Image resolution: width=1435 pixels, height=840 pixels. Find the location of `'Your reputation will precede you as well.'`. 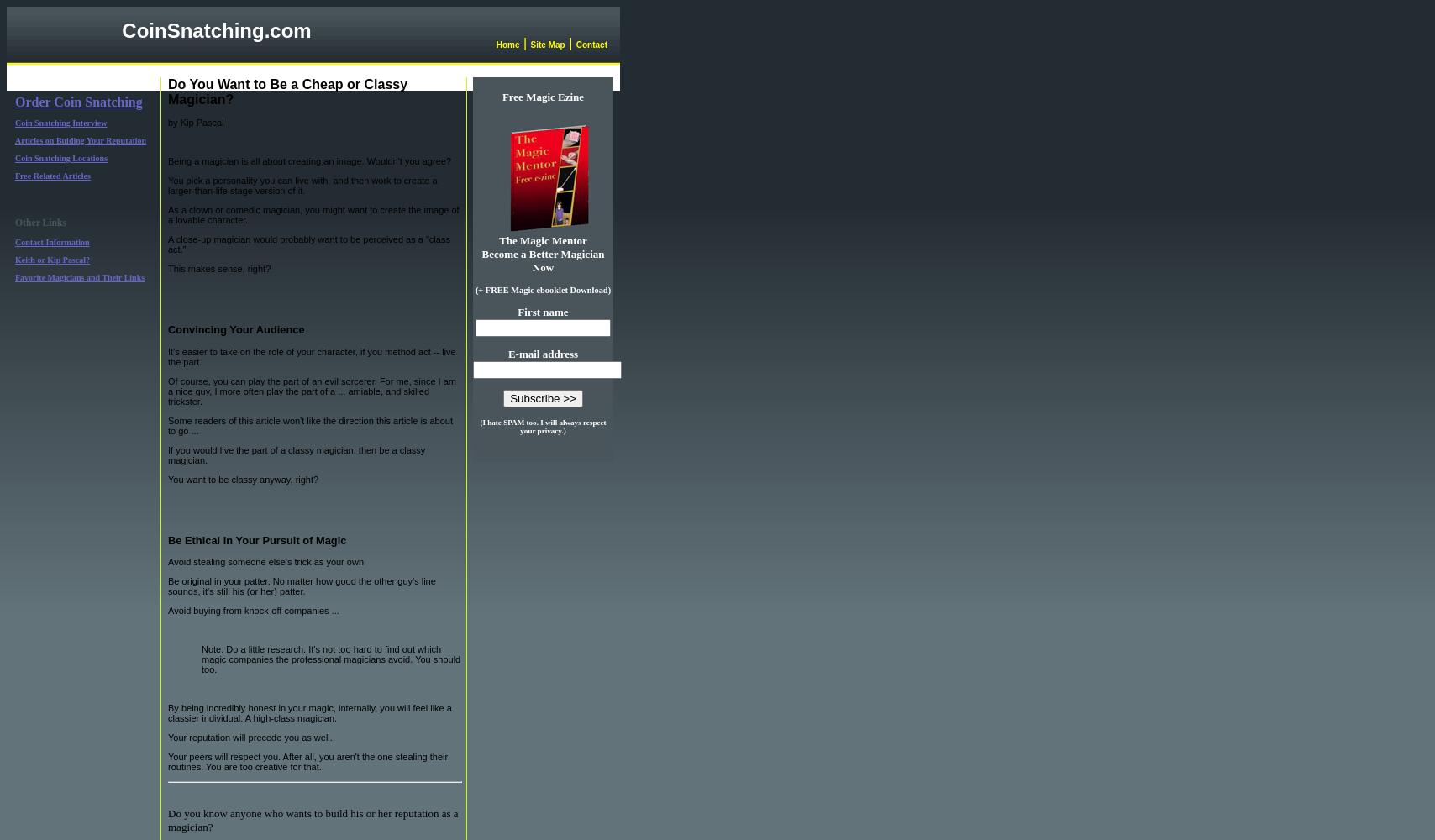

'Your reputation will precede you as well.' is located at coordinates (250, 738).